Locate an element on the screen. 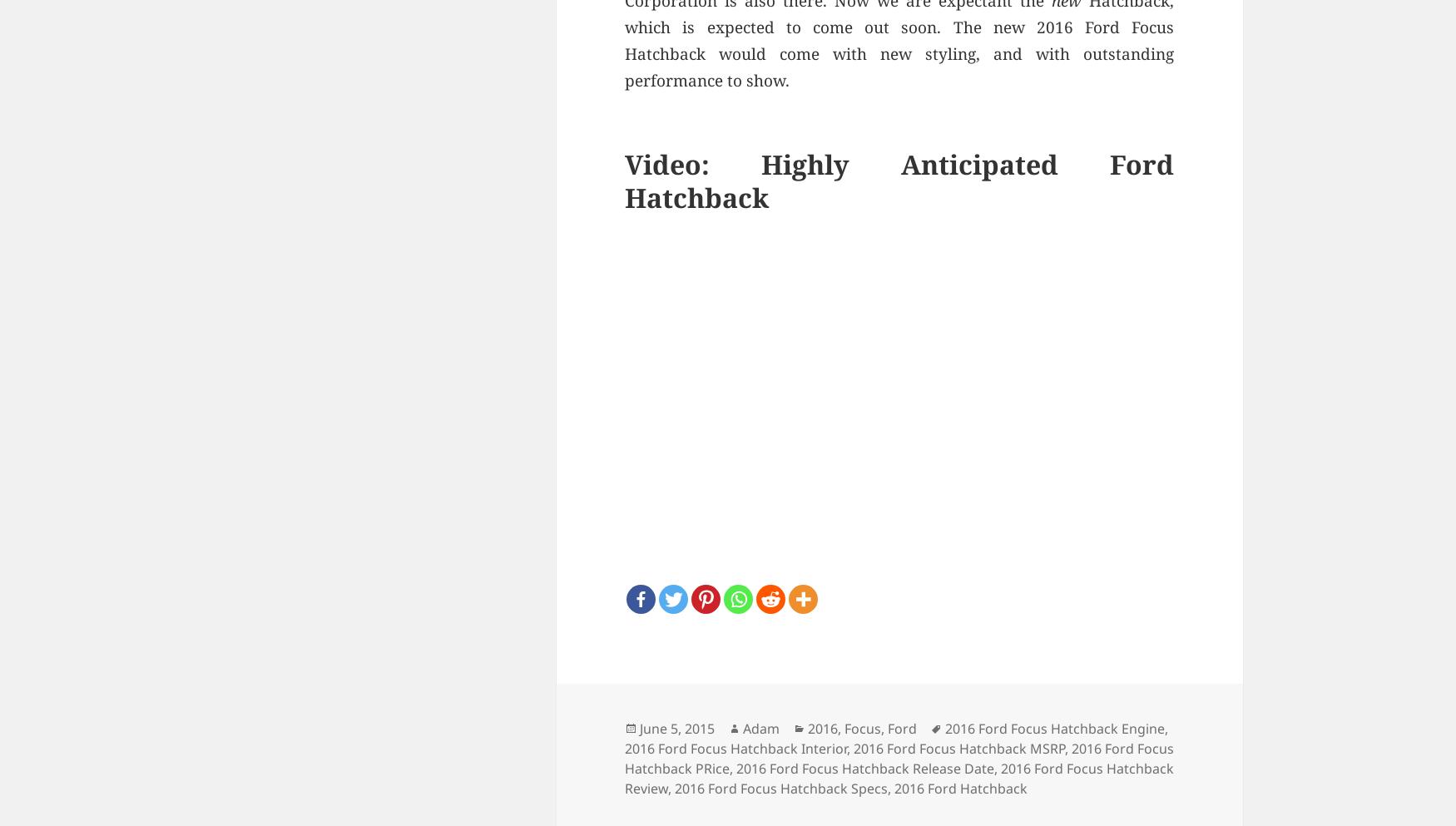  '2016 Ford Focus Hatchback Engine' is located at coordinates (943, 727).